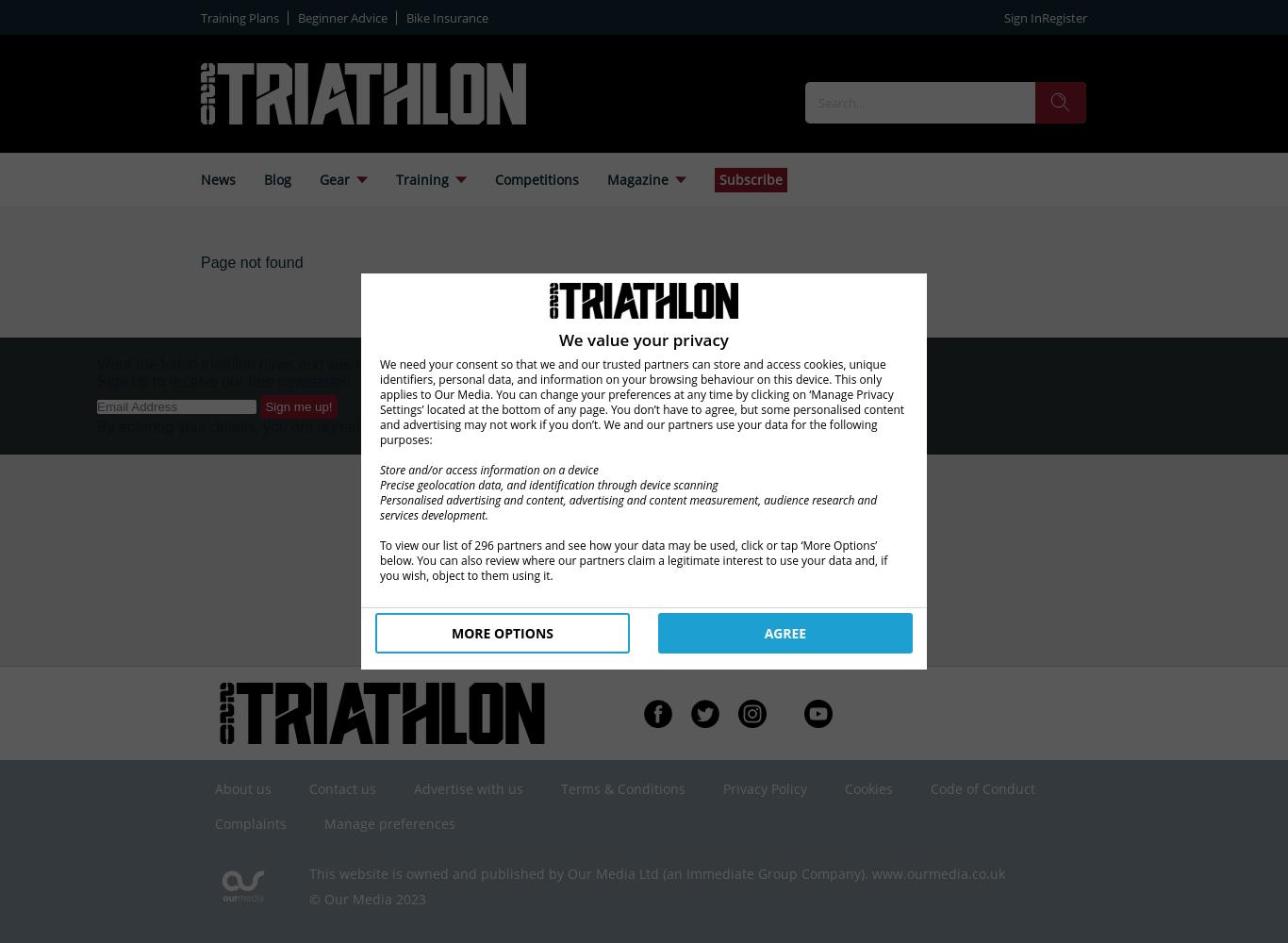 Image resolution: width=1288 pixels, height=943 pixels. I want to click on 'Blog', so click(277, 178).